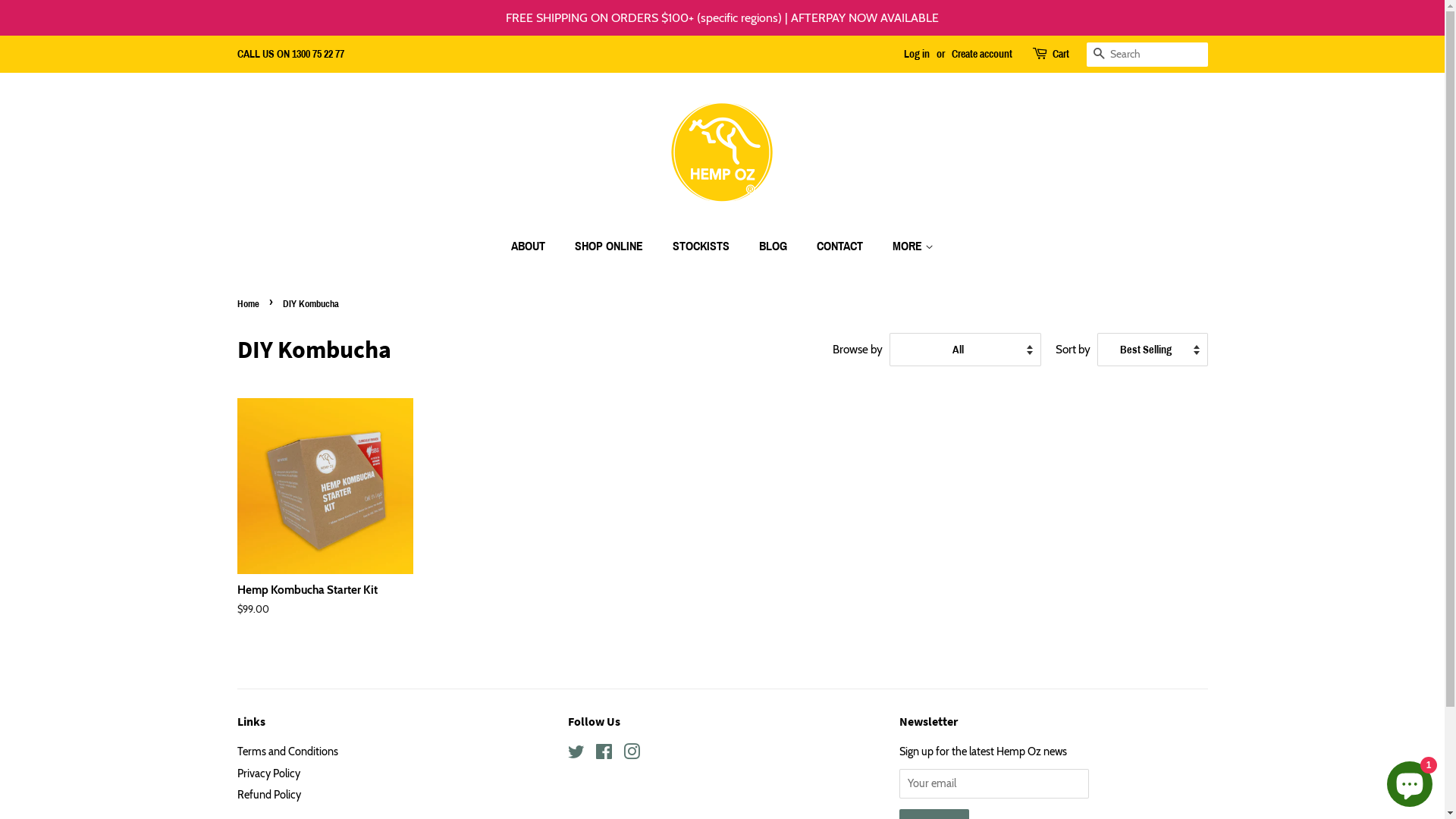  What do you see at coordinates (916, 53) in the screenshot?
I see `'Log in'` at bounding box center [916, 53].